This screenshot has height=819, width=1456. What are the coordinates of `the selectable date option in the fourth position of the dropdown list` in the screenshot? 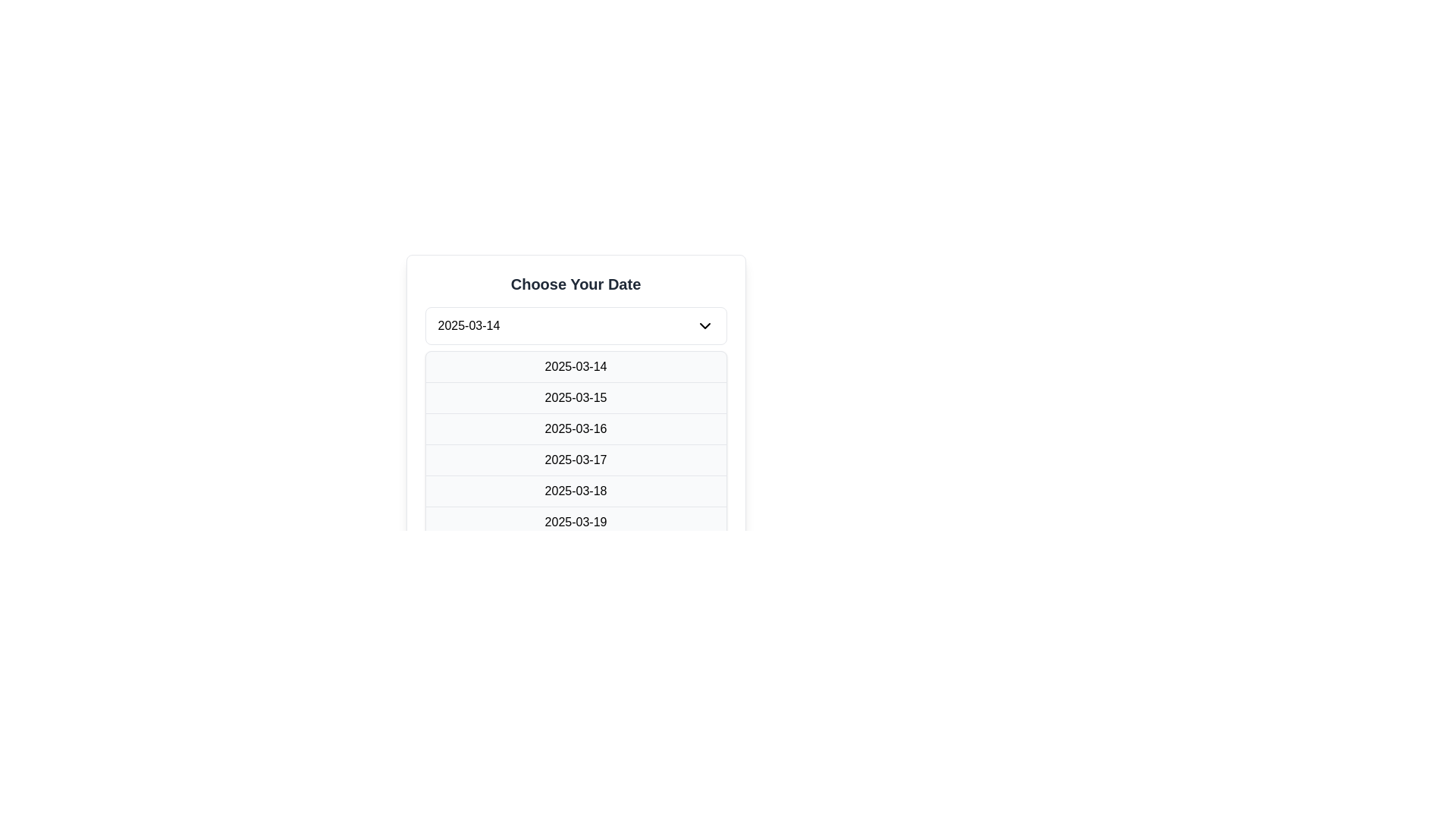 It's located at (575, 459).